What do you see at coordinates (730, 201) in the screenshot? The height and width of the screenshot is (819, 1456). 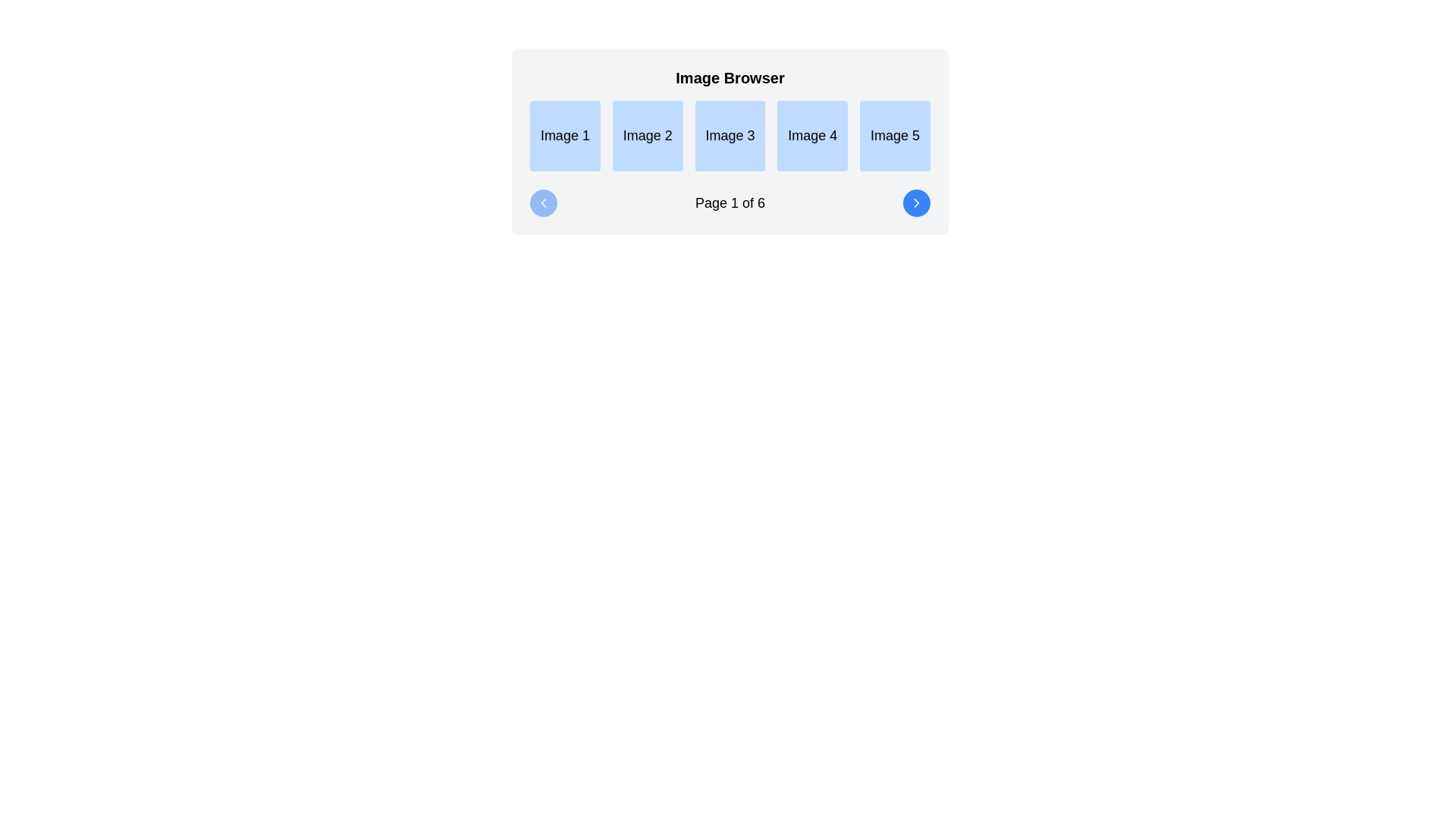 I see `the pagination indicator text displaying 'Page 1 of 6', located centrally near the bottom of the layout within the navigation bar` at bounding box center [730, 201].